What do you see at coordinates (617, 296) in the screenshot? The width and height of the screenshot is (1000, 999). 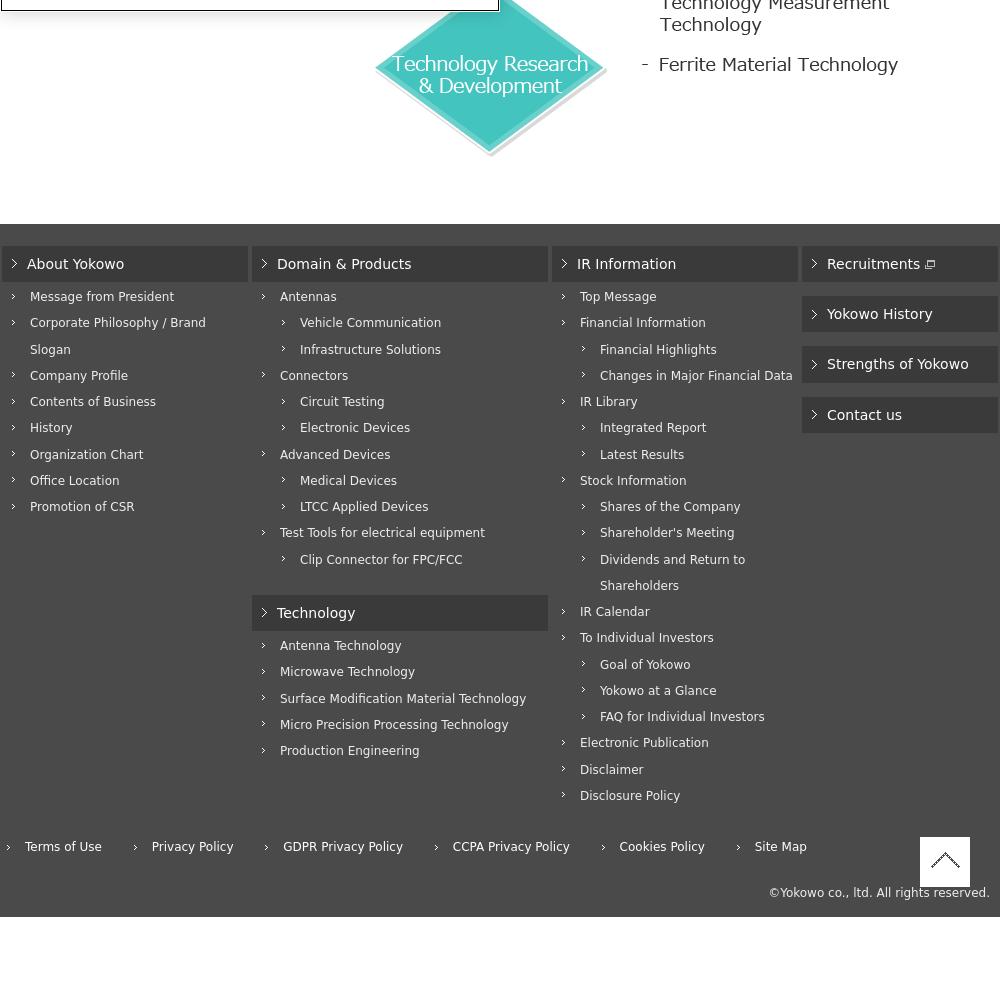 I see `'Top Message'` at bounding box center [617, 296].